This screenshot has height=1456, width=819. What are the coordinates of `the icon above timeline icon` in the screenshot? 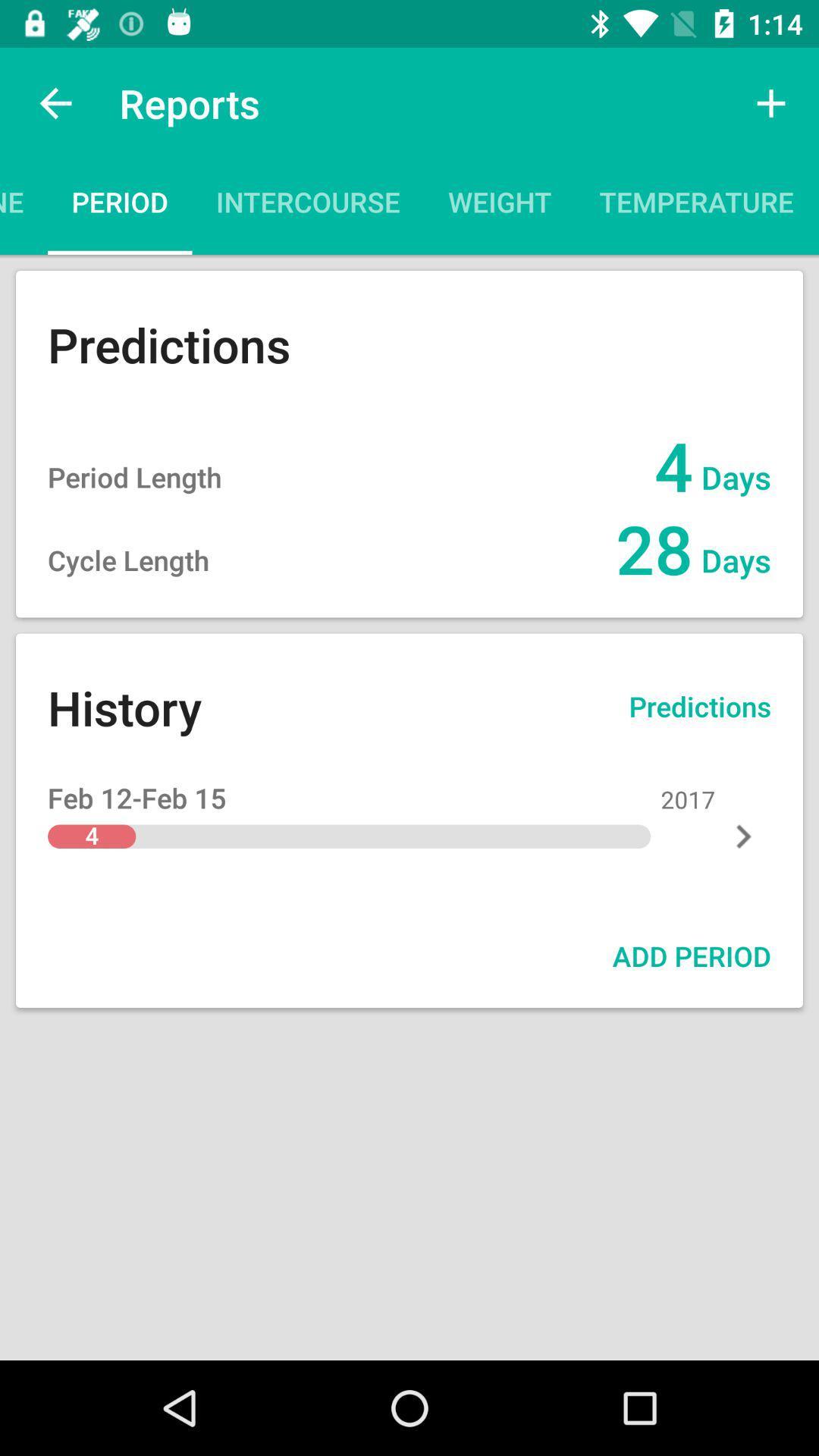 It's located at (55, 102).